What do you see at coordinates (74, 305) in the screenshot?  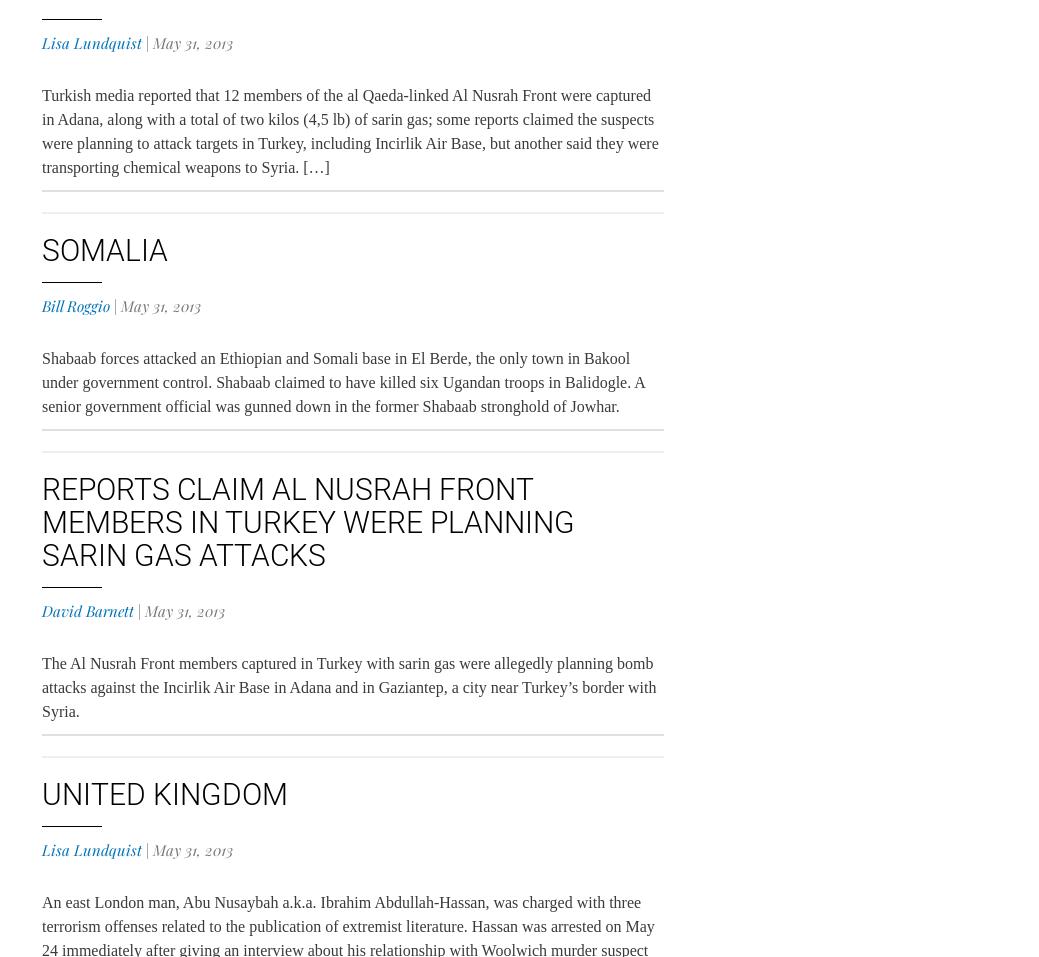 I see `'Bill Roggio'` at bounding box center [74, 305].